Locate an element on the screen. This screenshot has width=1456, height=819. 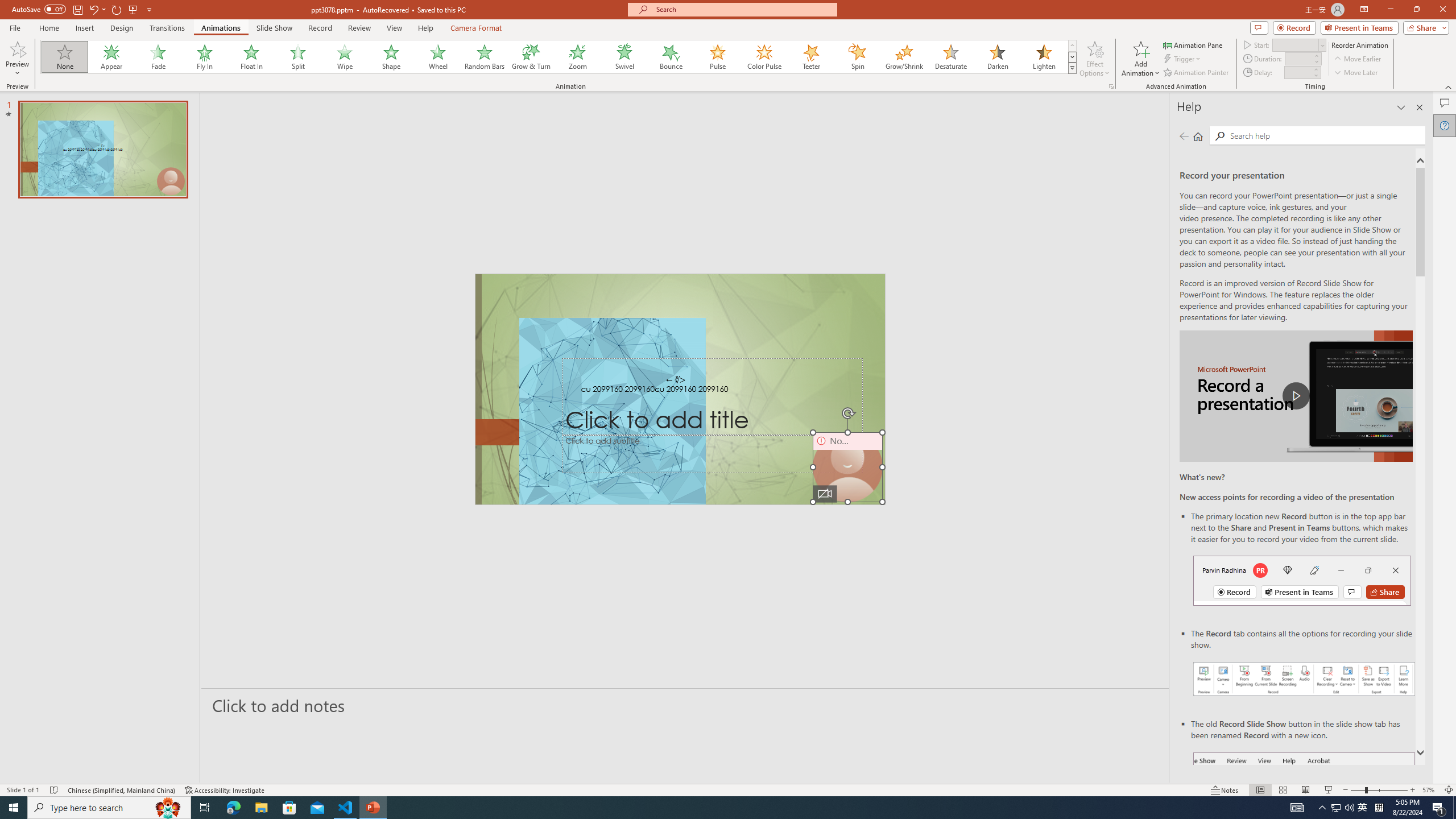
'Animation Duration' is located at coordinates (1298, 58).